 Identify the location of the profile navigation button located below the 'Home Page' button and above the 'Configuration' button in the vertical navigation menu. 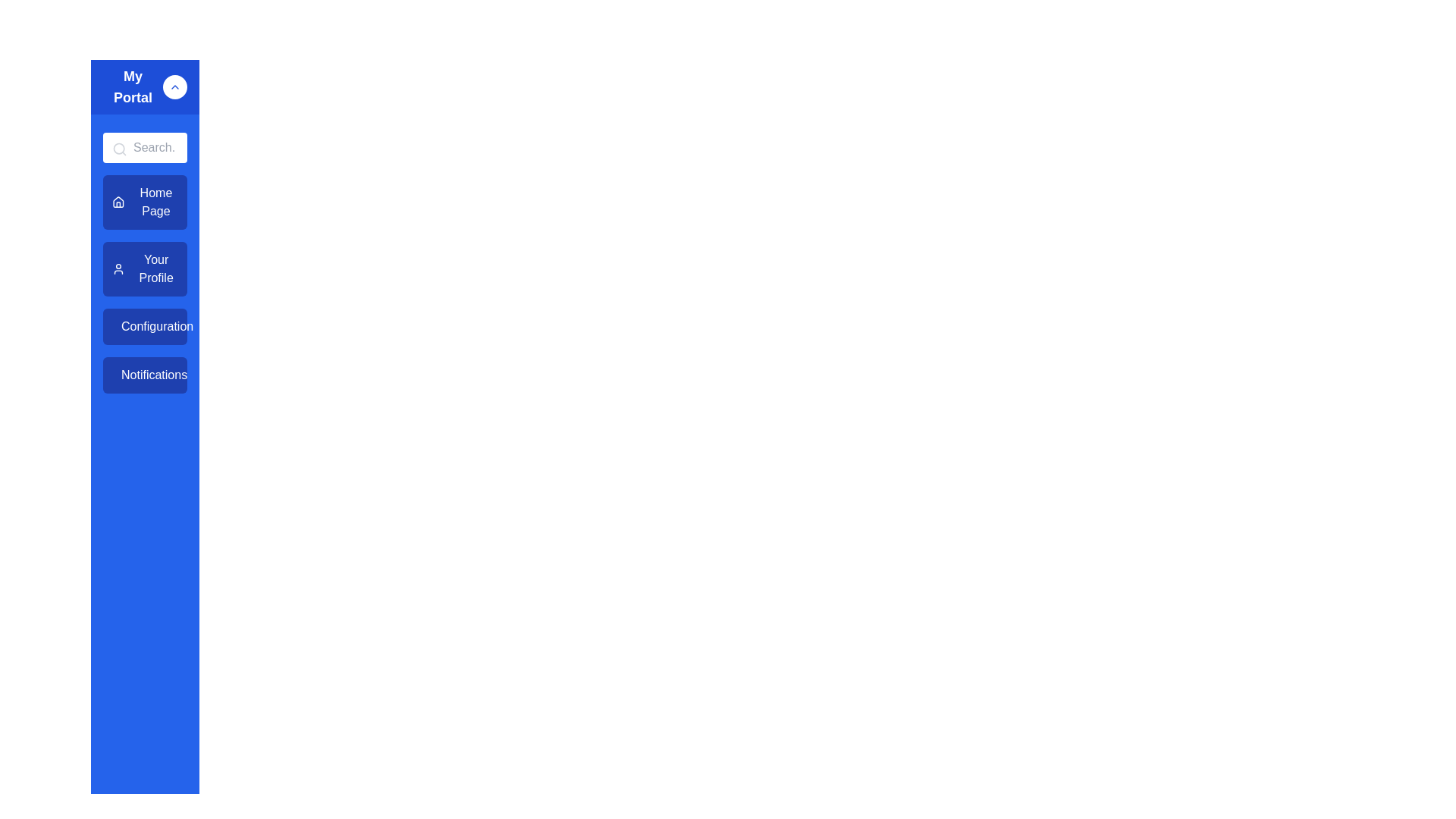
(145, 268).